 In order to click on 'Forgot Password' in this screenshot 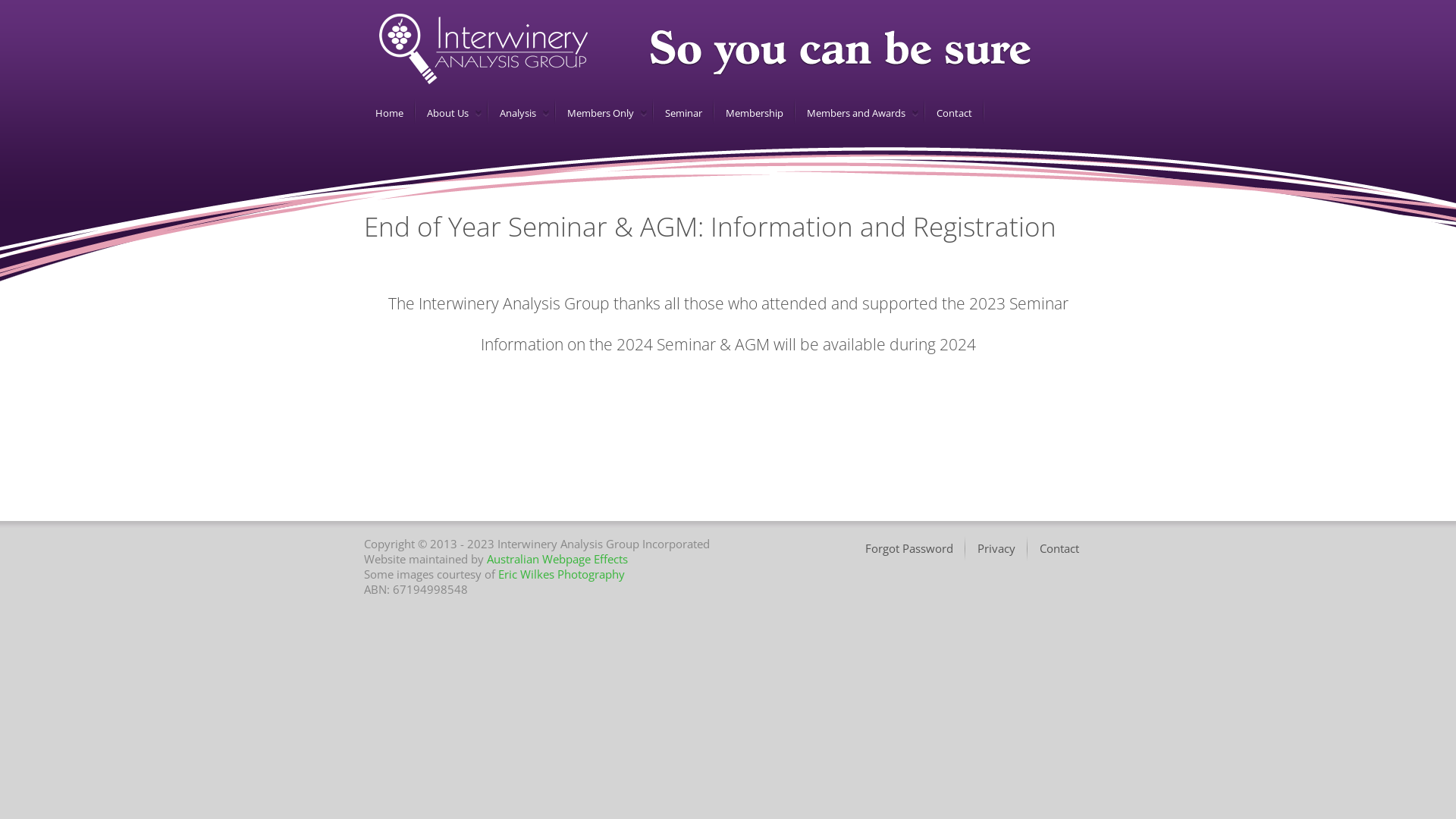, I will do `click(910, 548)`.